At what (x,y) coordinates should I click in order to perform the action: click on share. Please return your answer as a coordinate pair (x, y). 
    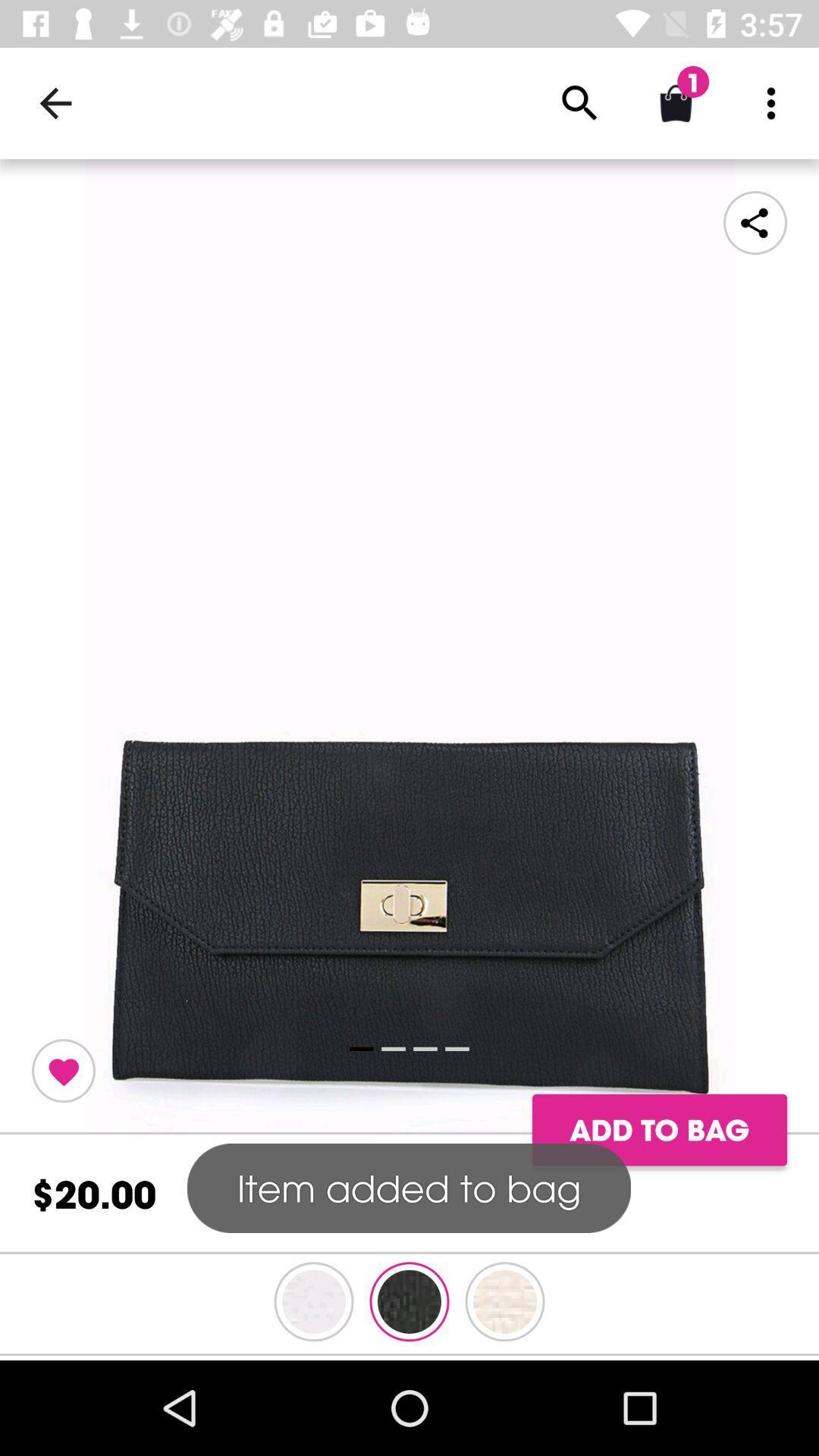
    Looking at the image, I should click on (755, 221).